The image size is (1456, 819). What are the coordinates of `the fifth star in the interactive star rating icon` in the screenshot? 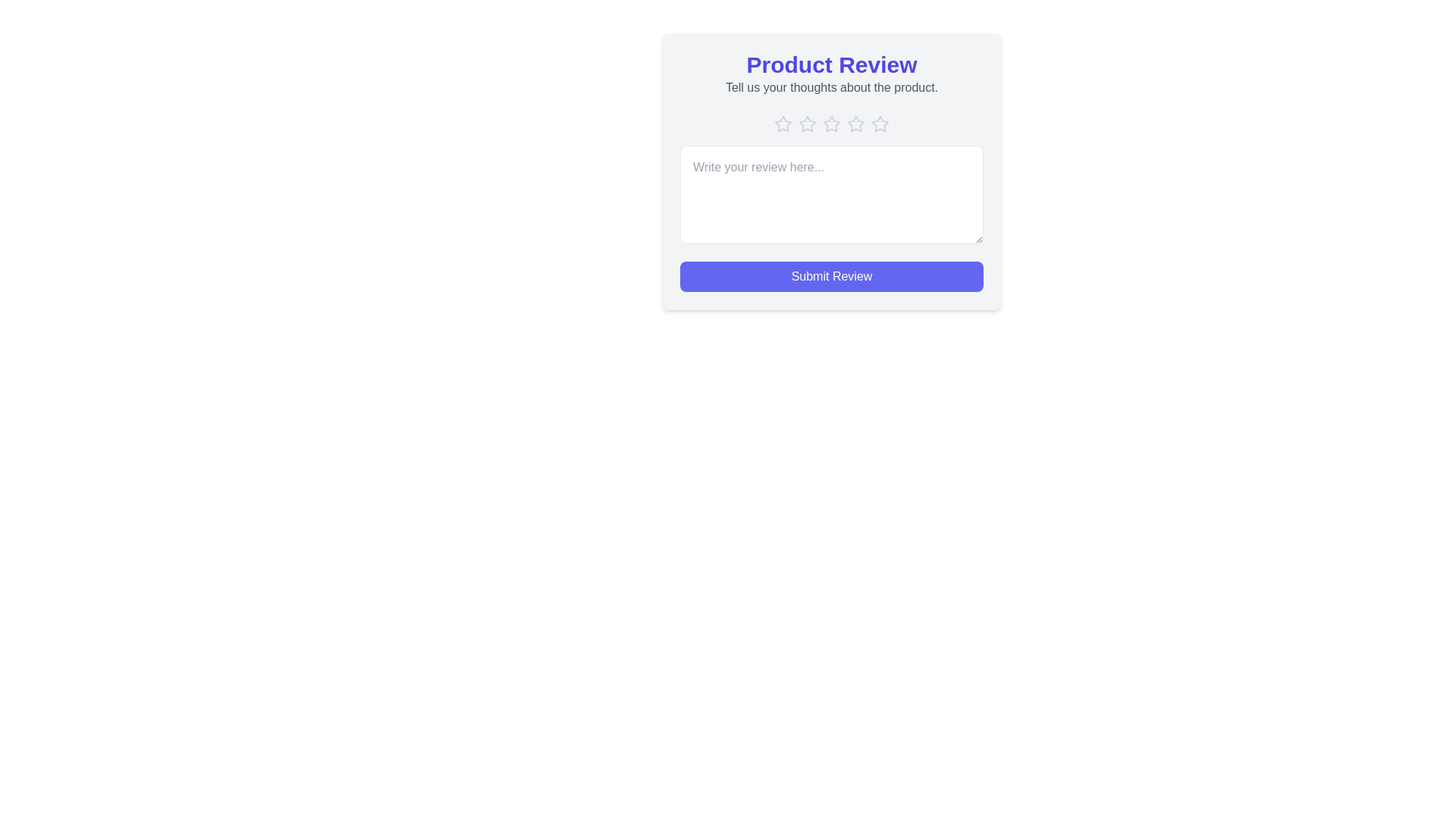 It's located at (880, 124).